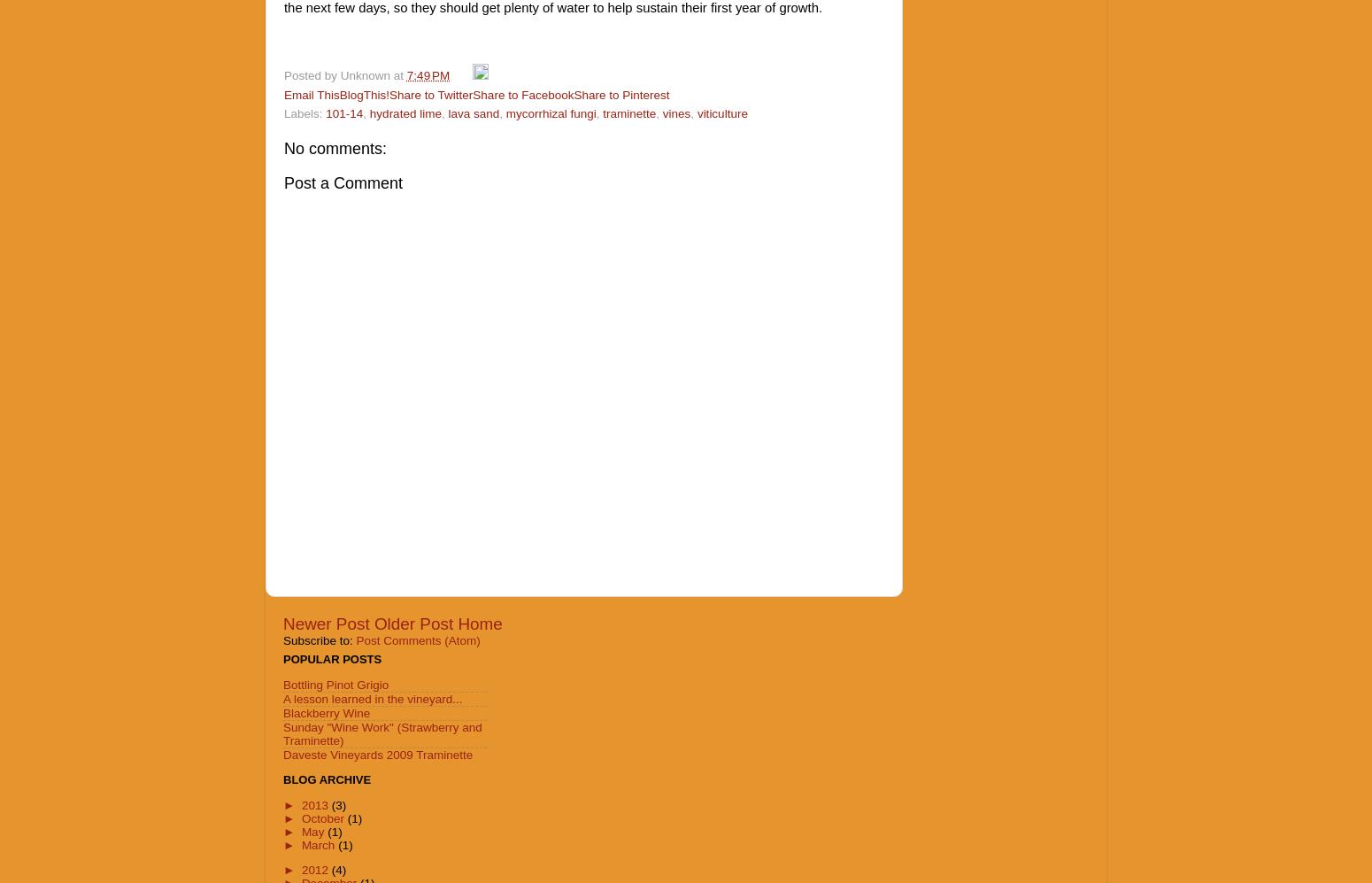 Image resolution: width=1372 pixels, height=883 pixels. Describe the element at coordinates (523, 94) in the screenshot. I see `'Share to Facebook'` at that location.